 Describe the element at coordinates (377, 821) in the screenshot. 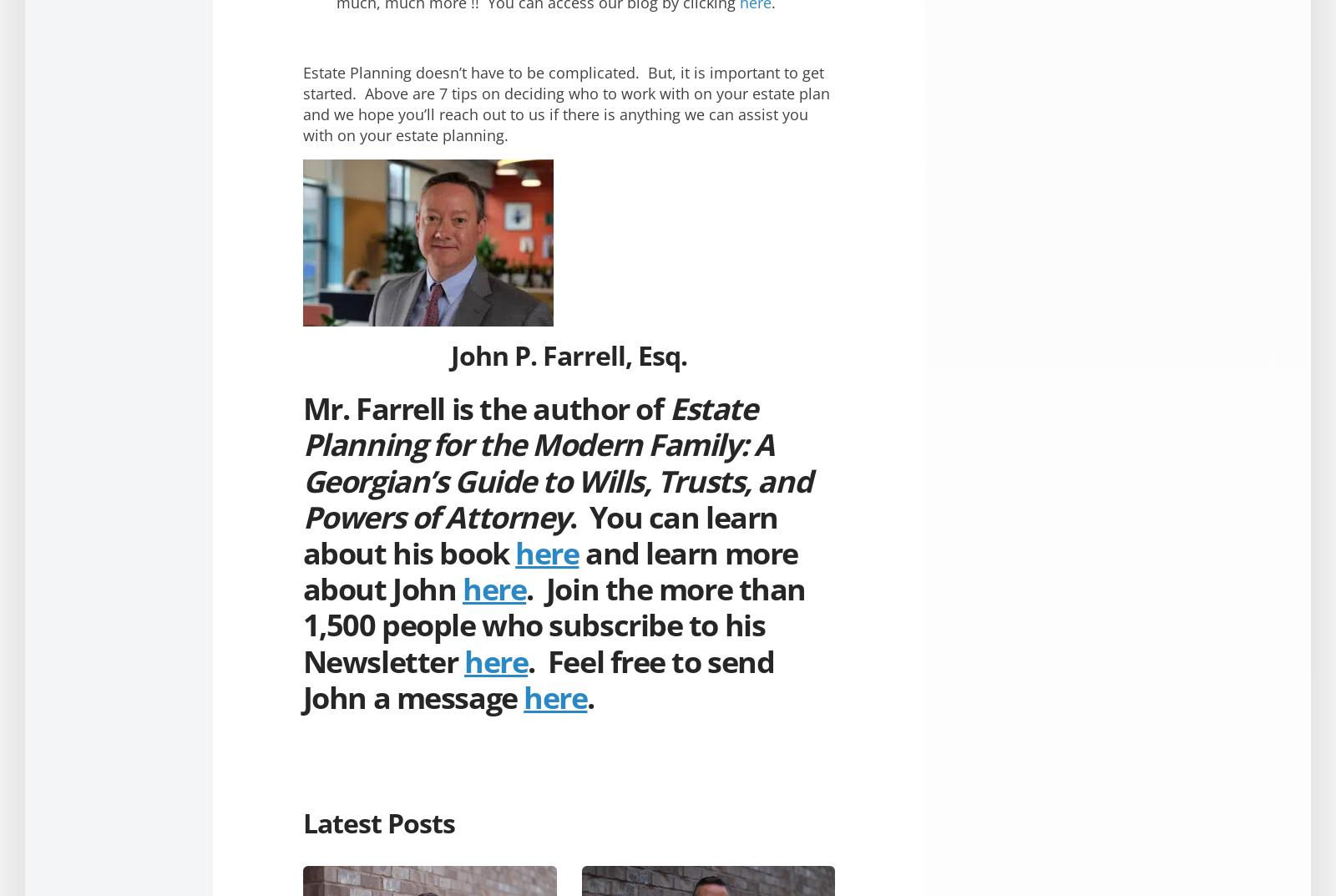

I see `'Latest Posts'` at that location.